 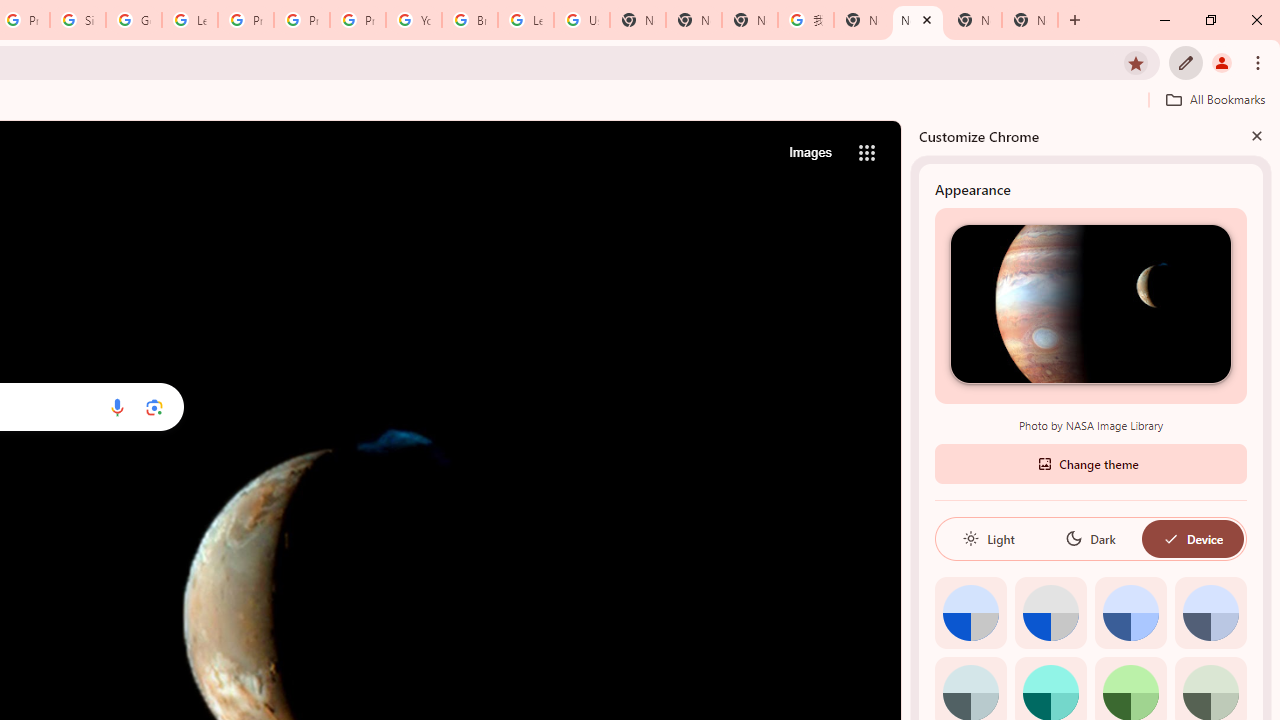 I want to click on 'Dark', so click(x=1089, y=537).